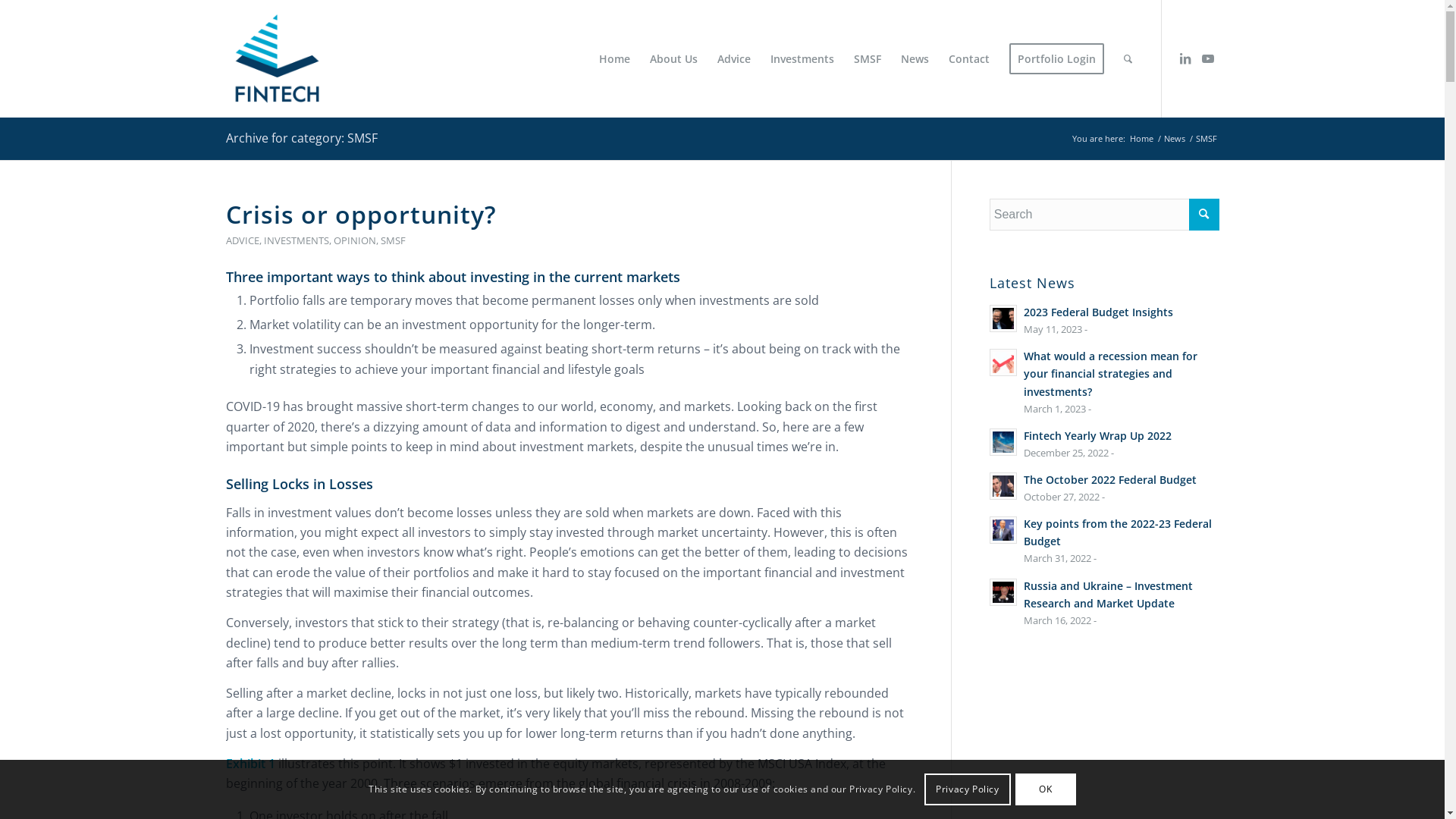  I want to click on 'Read: 2023 Federal Budget Insights', so click(1003, 318).